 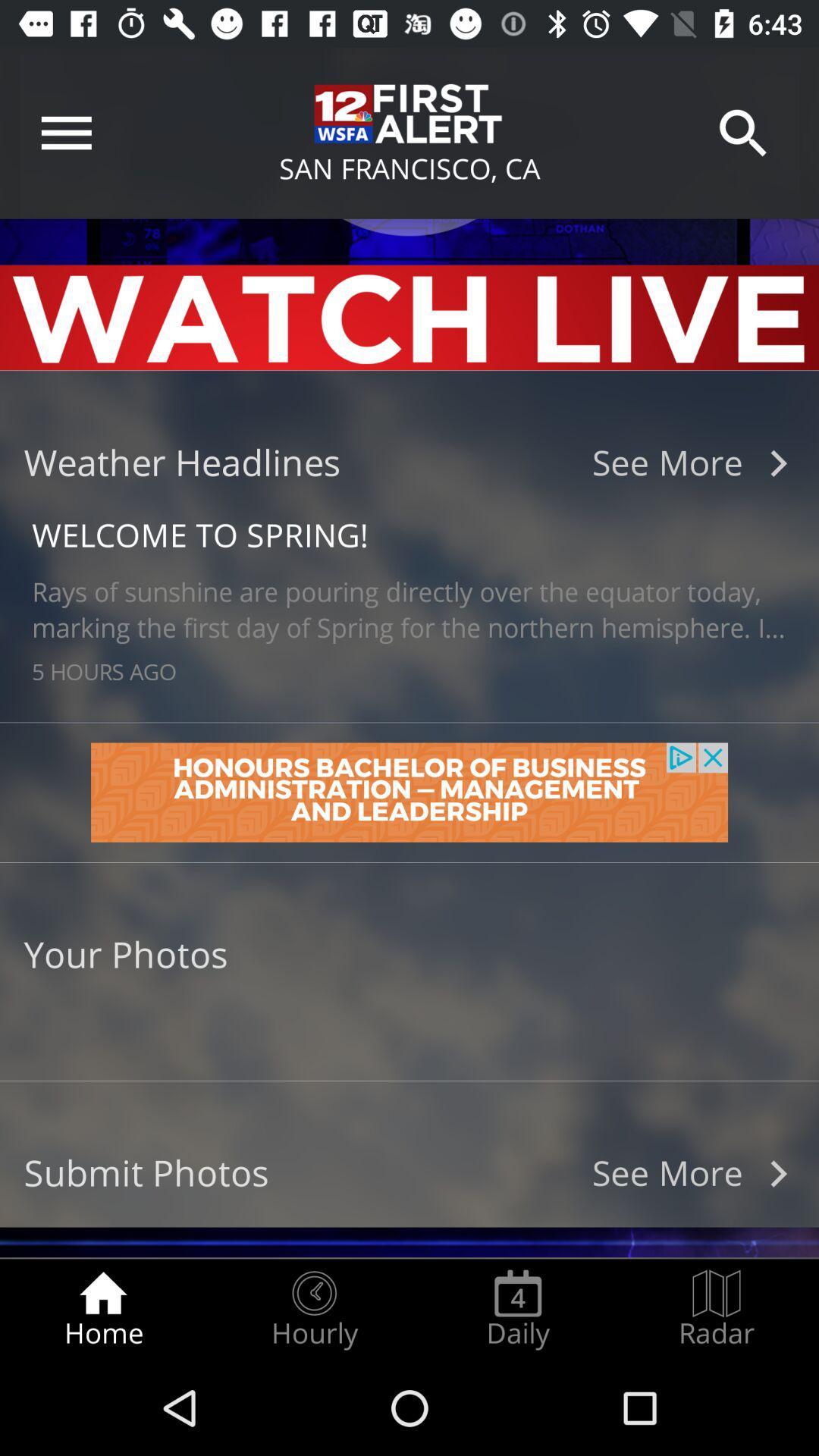 I want to click on the radio button next to hourly icon, so click(x=102, y=1309).